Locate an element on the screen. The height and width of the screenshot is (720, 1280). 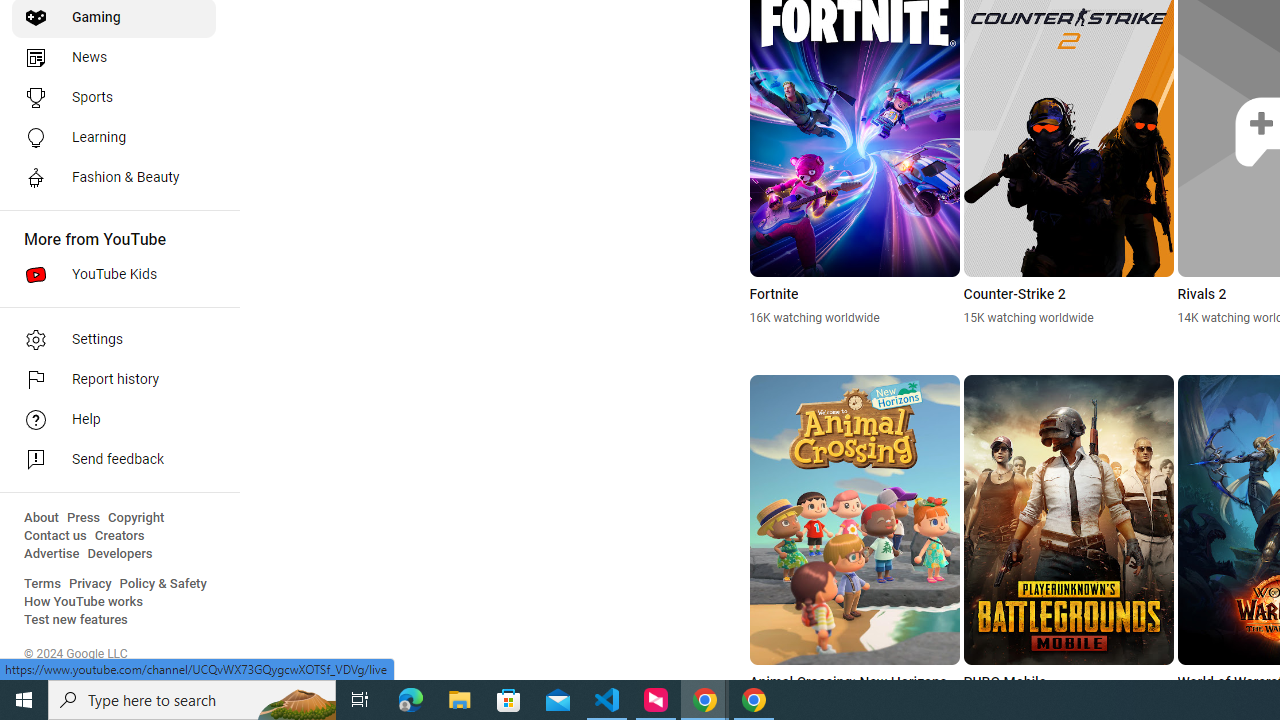
'Creators' is located at coordinates (118, 535).